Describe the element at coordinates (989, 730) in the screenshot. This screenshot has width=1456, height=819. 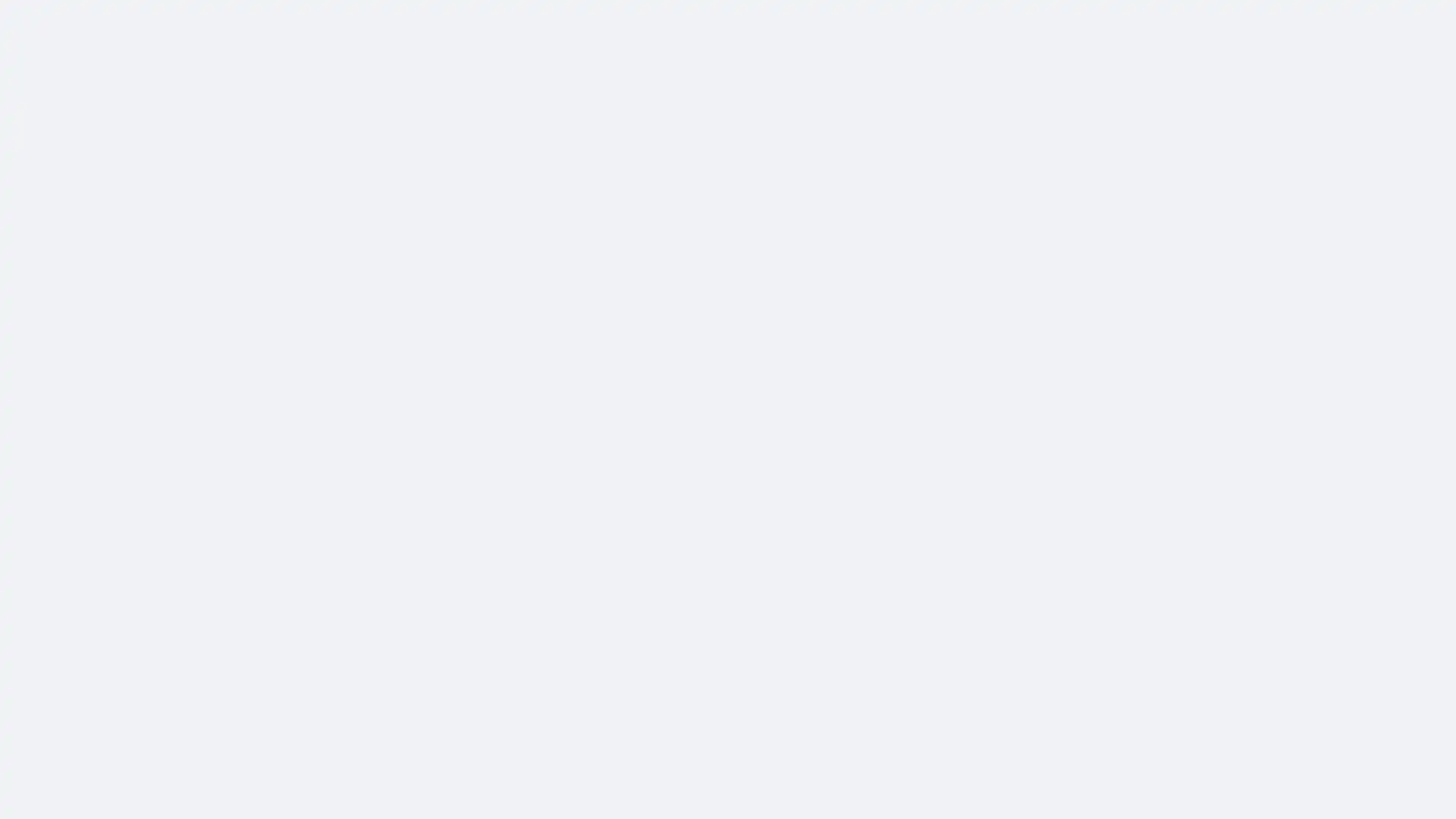
I see `Share` at that location.